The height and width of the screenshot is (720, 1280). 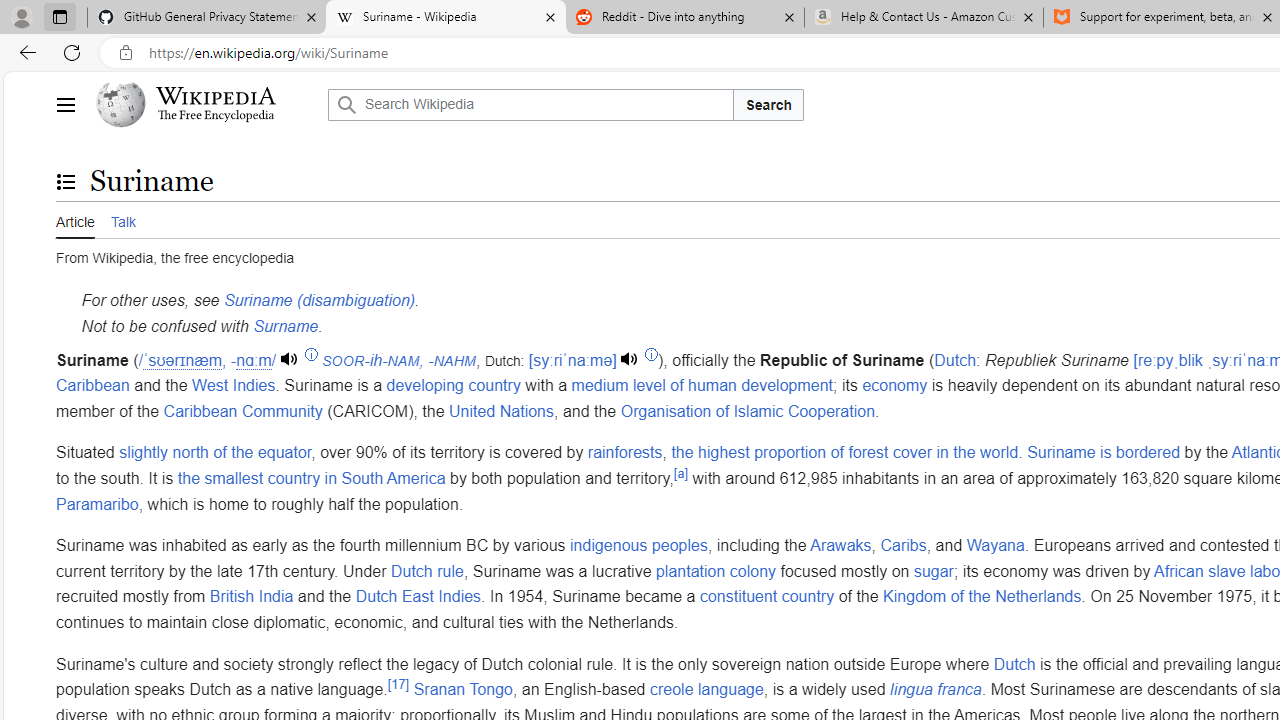 I want to click on 'Suriname (disambiguation)', so click(x=318, y=301).